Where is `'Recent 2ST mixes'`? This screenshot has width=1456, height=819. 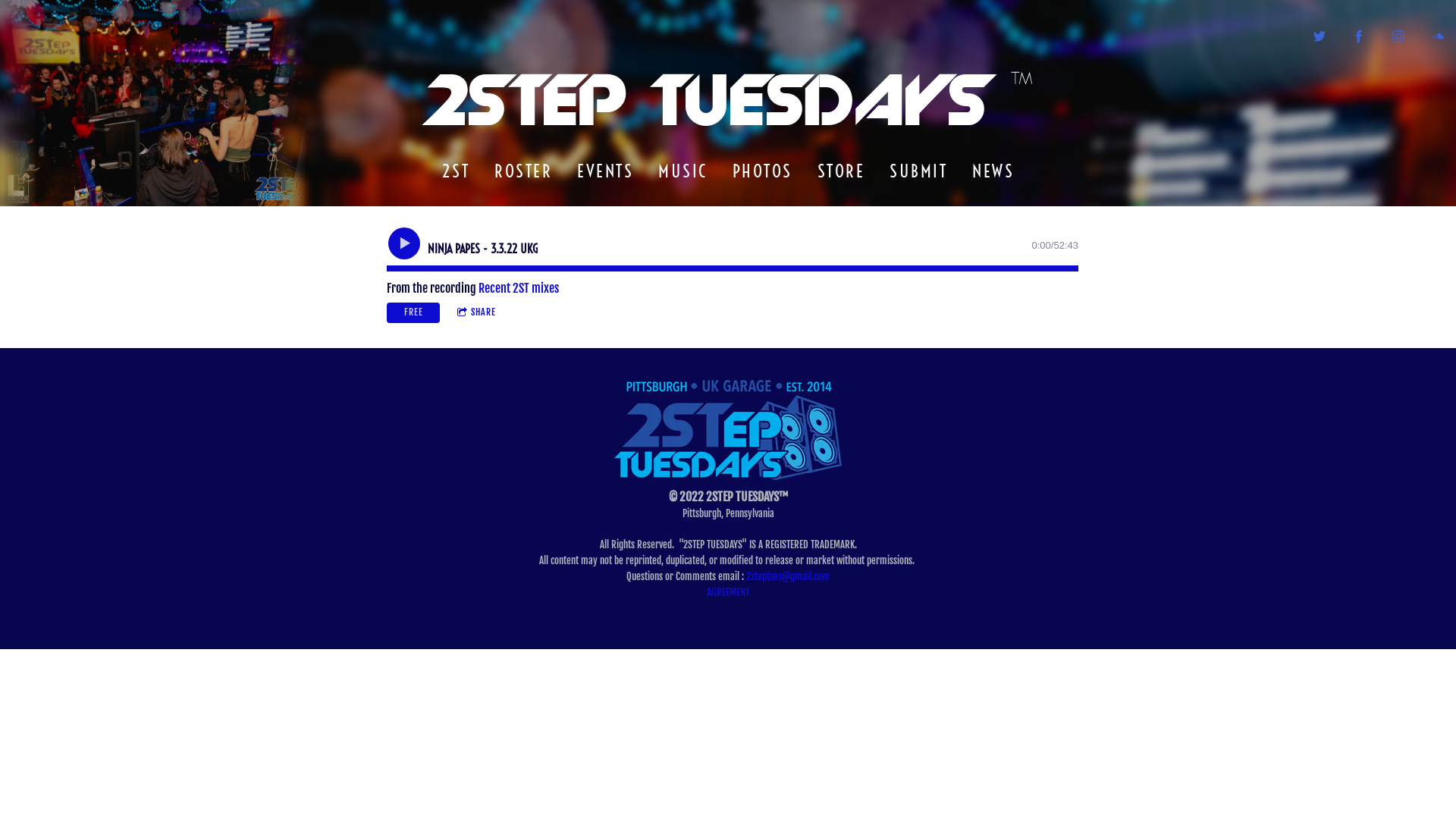 'Recent 2ST mixes' is located at coordinates (477, 288).